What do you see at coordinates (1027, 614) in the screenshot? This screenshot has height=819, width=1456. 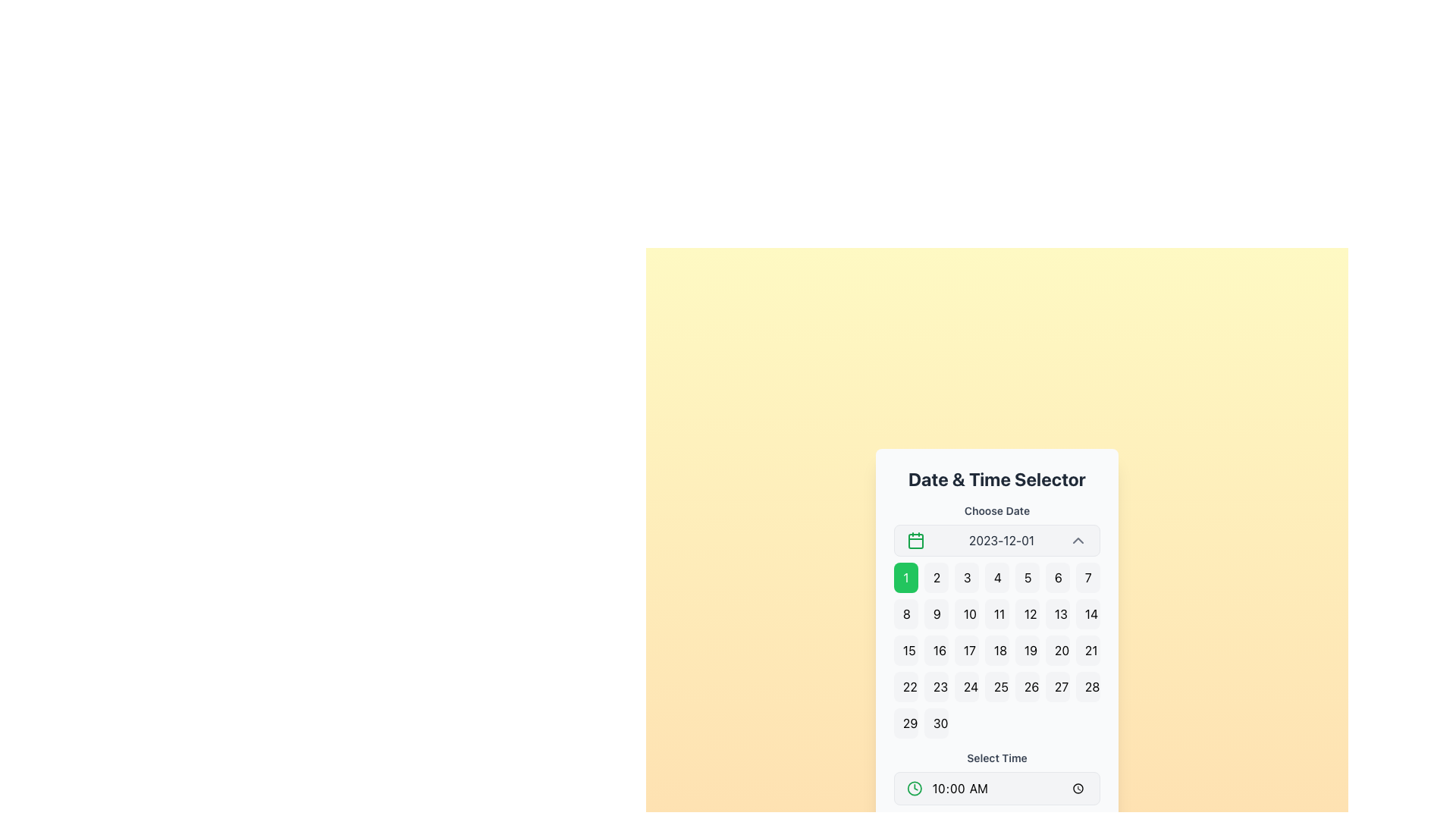 I see `the selectable date button for '12' in the calendar interface` at bounding box center [1027, 614].